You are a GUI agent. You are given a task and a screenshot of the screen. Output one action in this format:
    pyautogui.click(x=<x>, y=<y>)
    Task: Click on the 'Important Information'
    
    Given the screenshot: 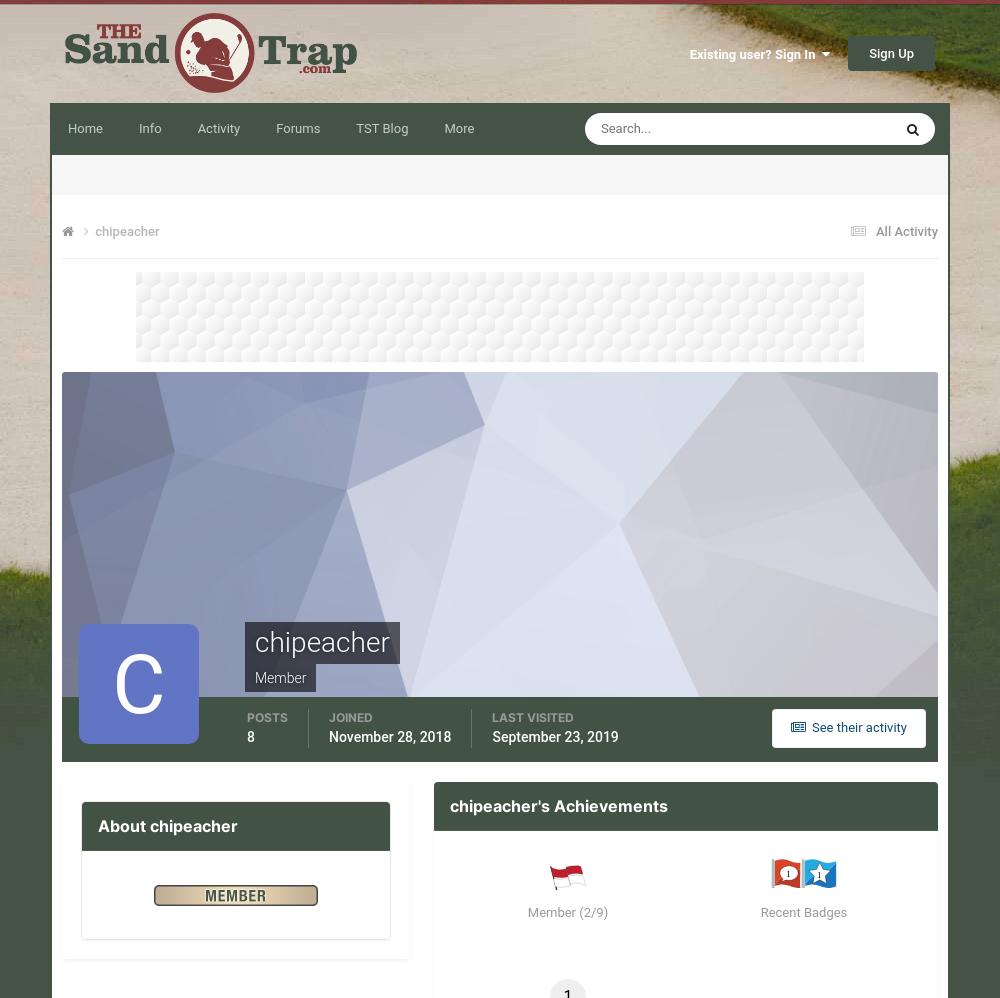 What is the action you would take?
    pyautogui.click(x=160, y=932)
    